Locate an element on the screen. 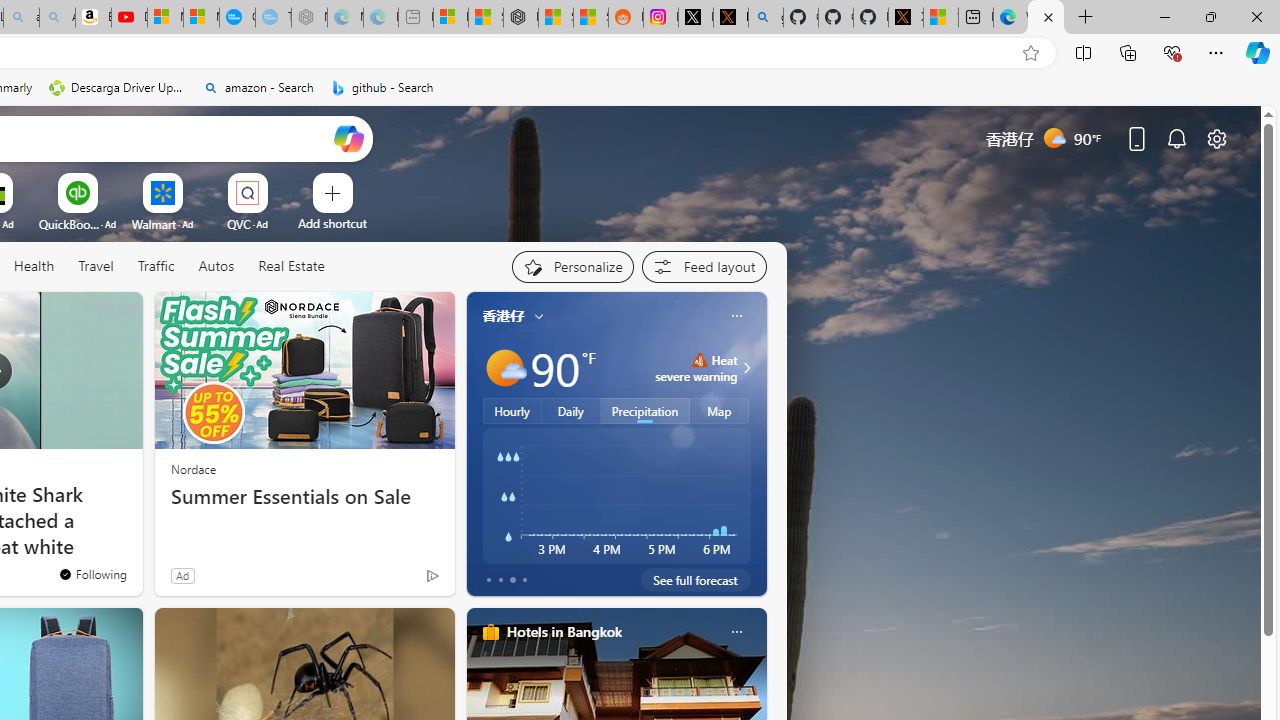 This screenshot has width=1280, height=720. 'Welcome to Microsoft Edge' is located at coordinates (1011, 17).